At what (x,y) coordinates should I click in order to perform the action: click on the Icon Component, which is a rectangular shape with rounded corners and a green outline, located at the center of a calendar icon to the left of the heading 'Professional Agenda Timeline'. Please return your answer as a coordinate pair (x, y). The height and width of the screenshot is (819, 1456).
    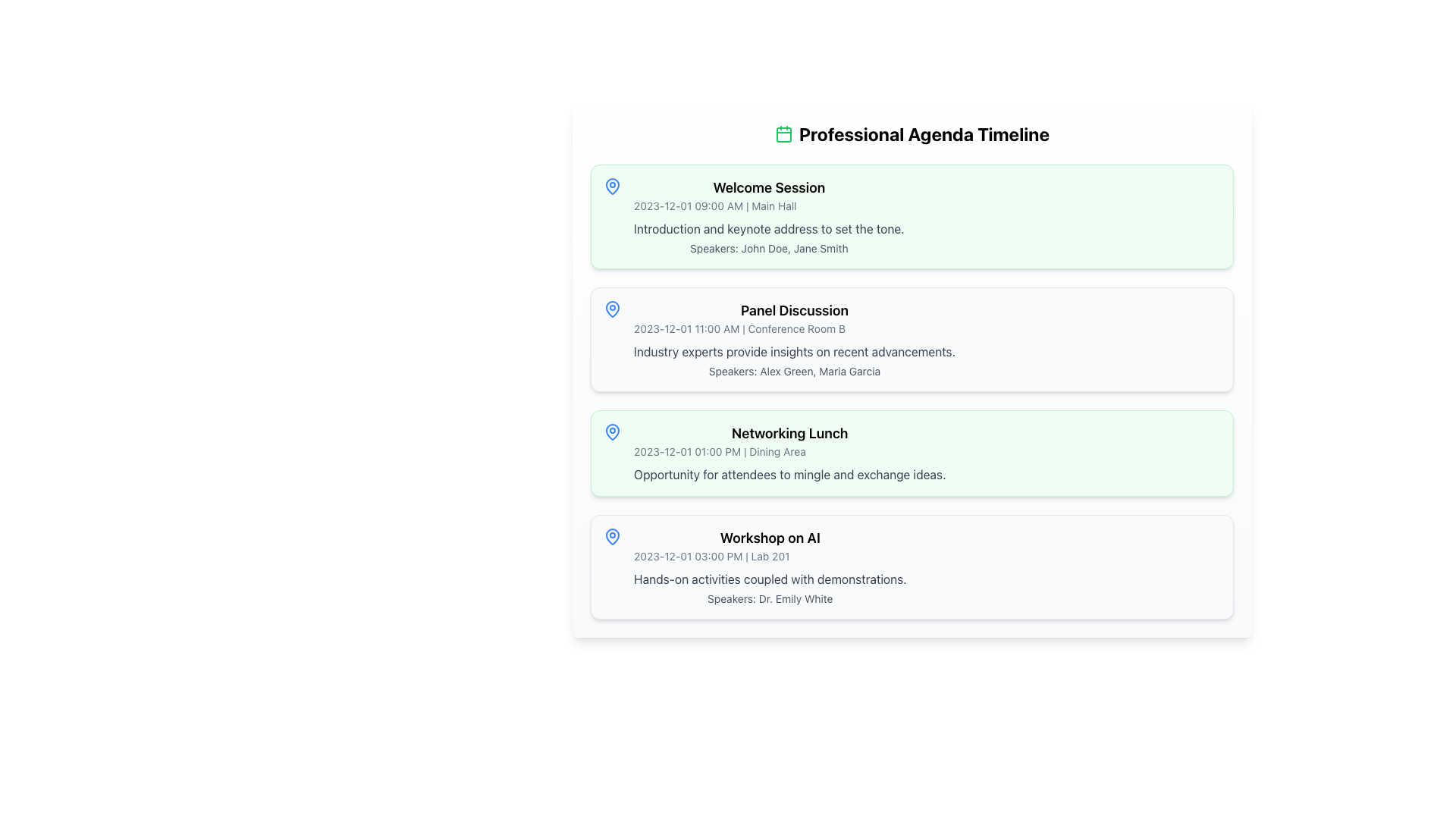
    Looking at the image, I should click on (783, 133).